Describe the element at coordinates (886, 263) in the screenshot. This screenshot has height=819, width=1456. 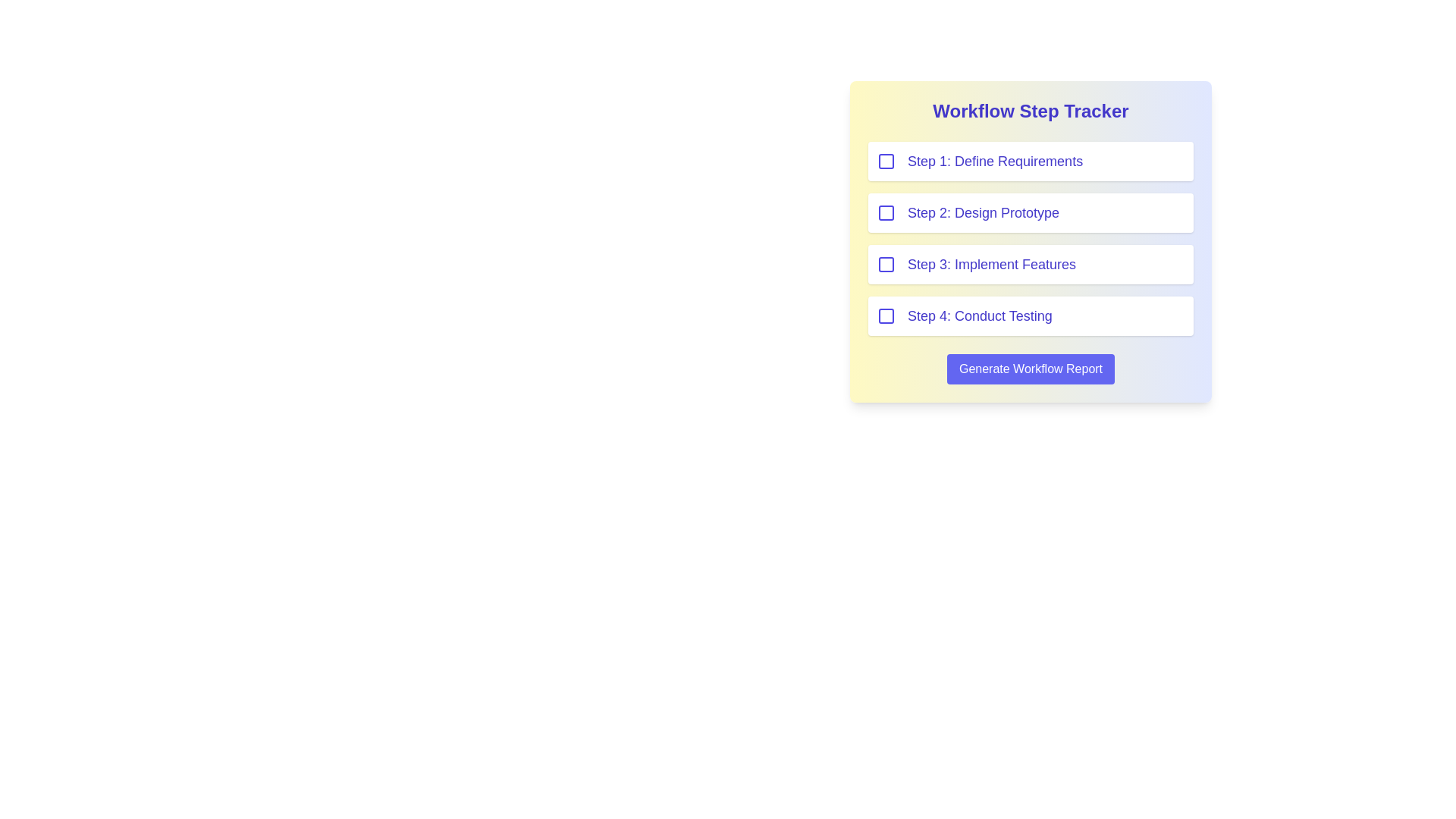
I see `the interactive checkbox for 'Step 3: Implement Features'` at that location.